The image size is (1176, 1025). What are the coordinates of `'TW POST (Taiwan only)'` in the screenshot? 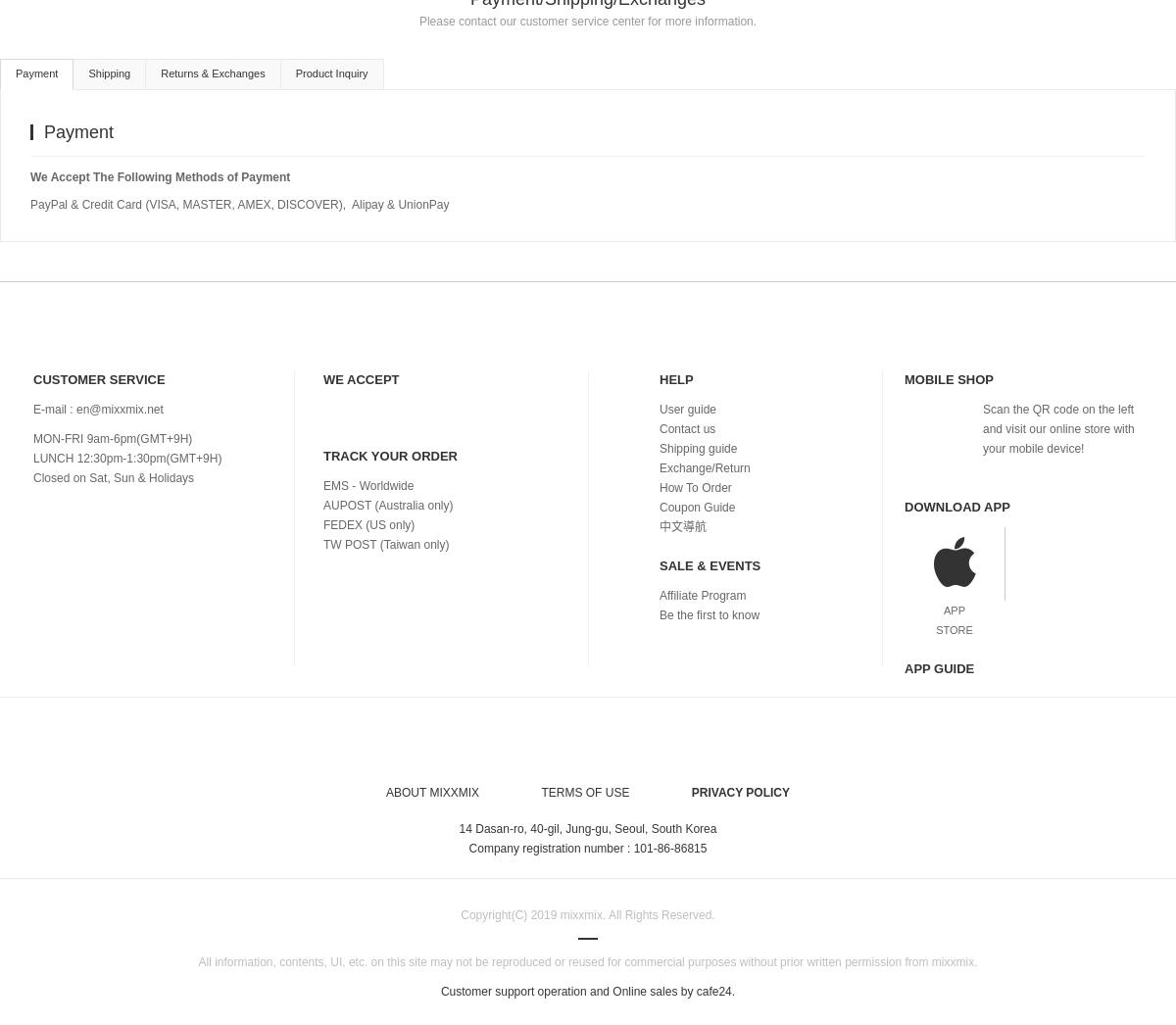 It's located at (385, 541).